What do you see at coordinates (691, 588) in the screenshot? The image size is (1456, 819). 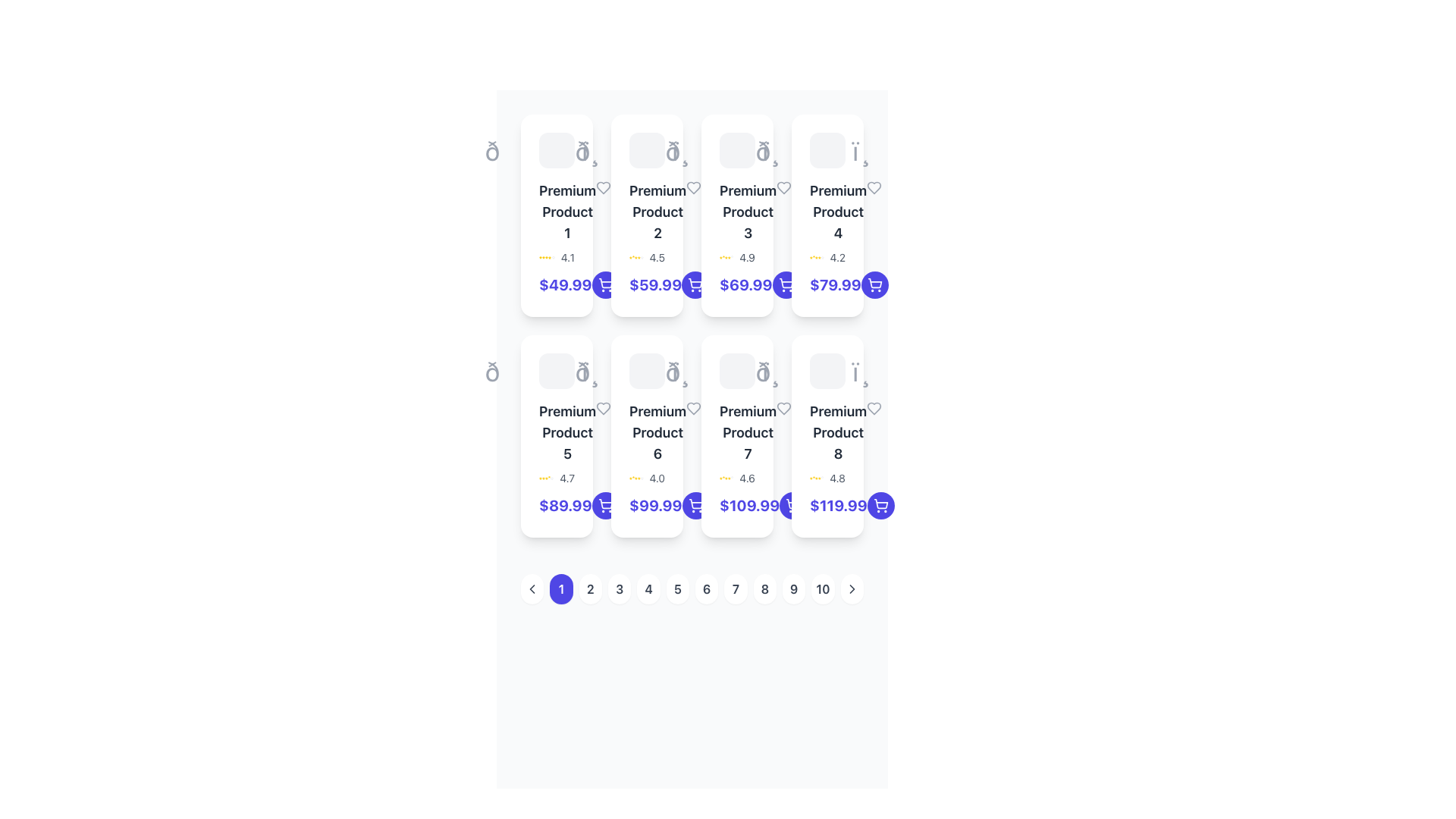 I see `the circular button labeled '6' within the pagination bar for accessibility purposes` at bounding box center [691, 588].